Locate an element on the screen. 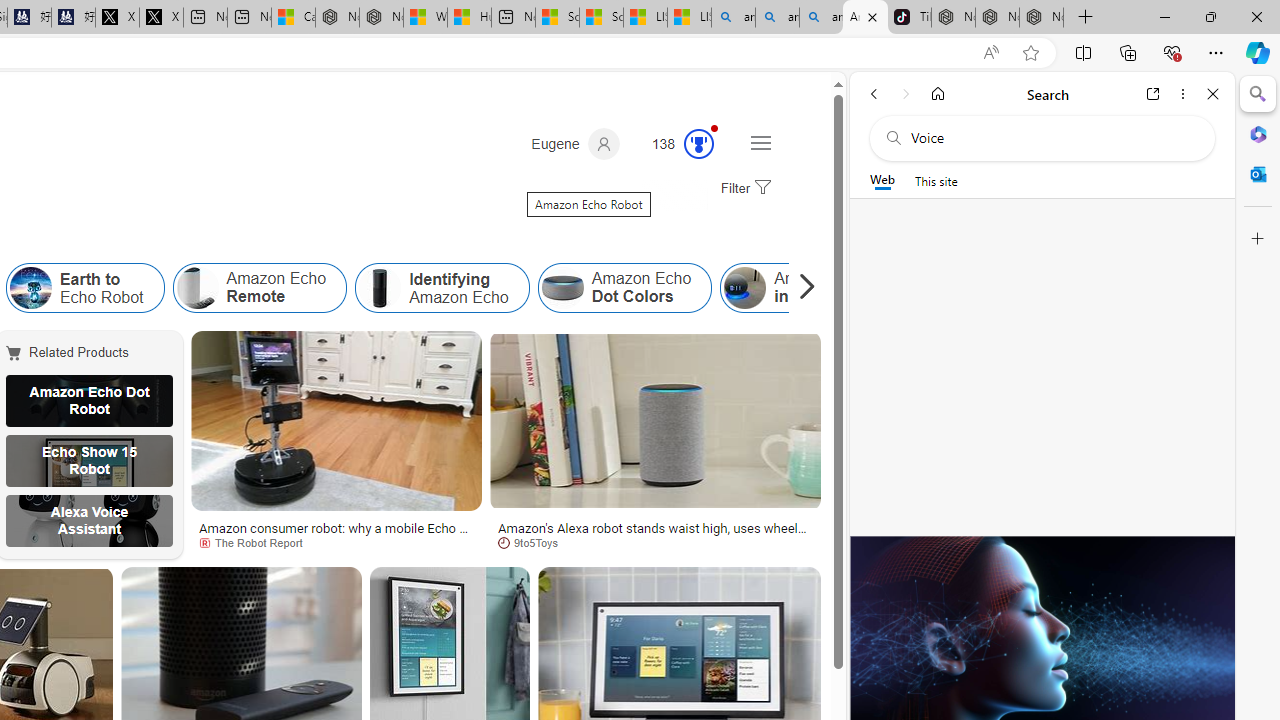  'Settings and quick links' is located at coordinates (759, 141).